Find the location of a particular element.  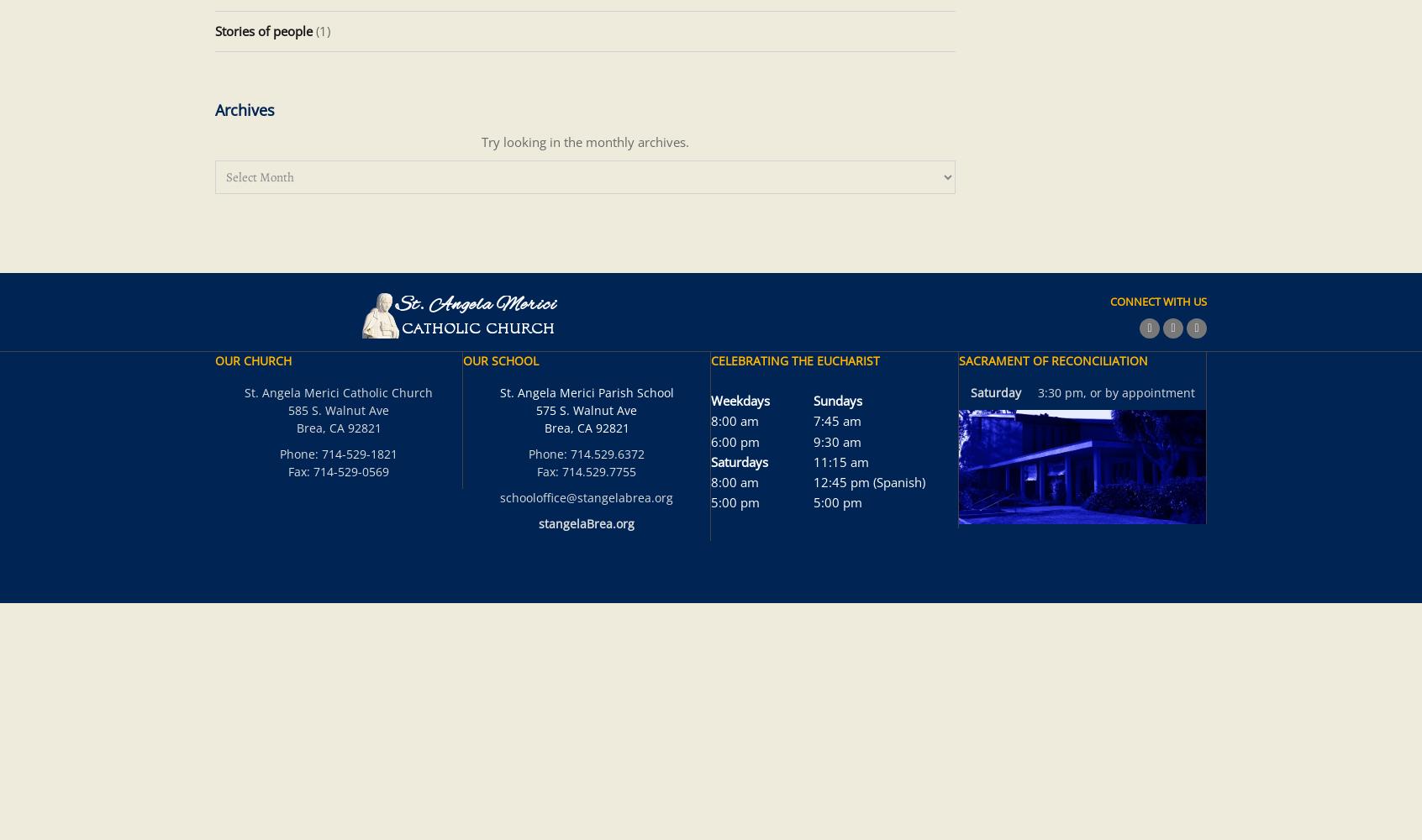

'6:00 pm' is located at coordinates (734, 441).